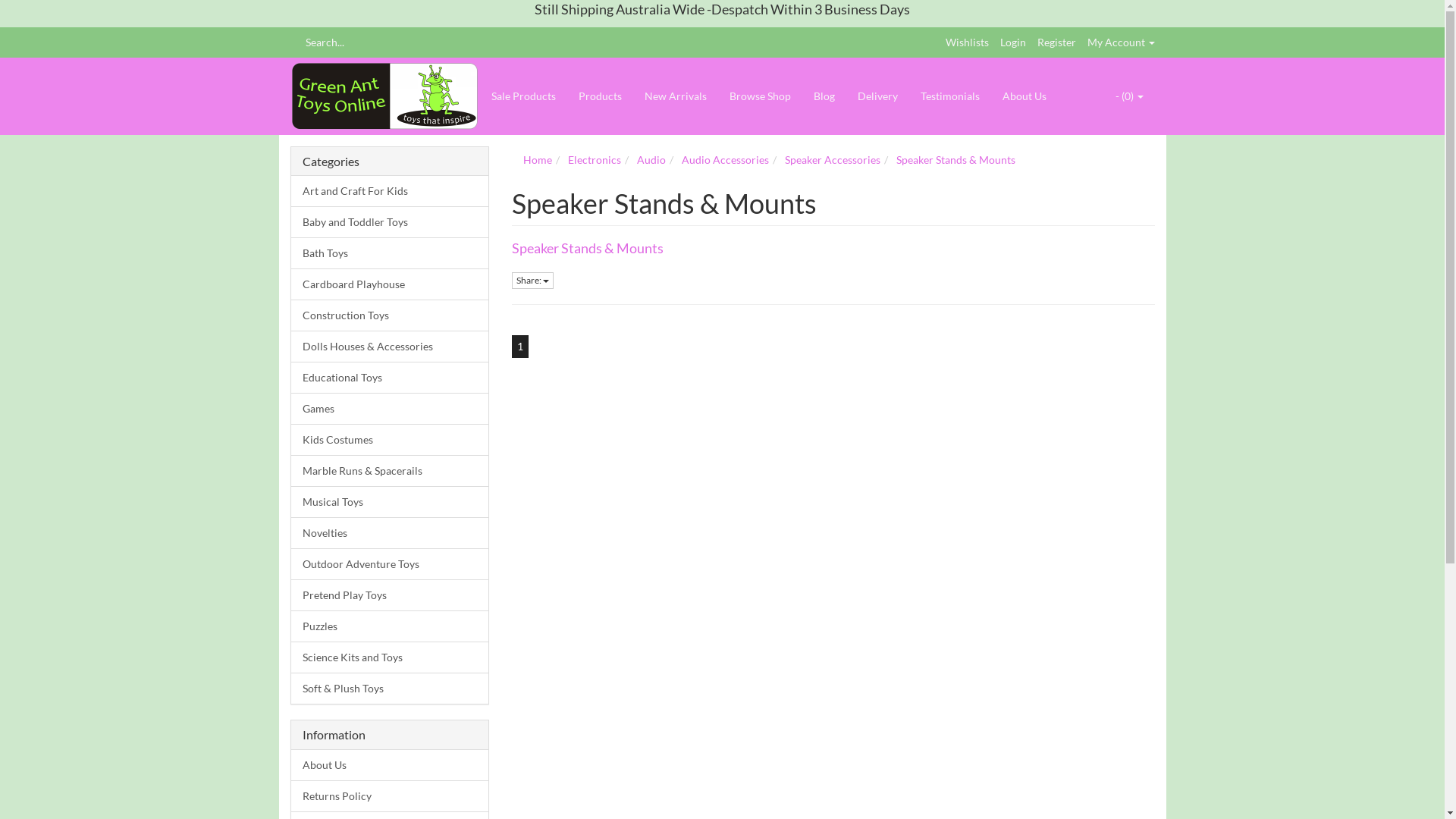 The width and height of the screenshot is (1456, 819). I want to click on 'Novelties', so click(390, 532).